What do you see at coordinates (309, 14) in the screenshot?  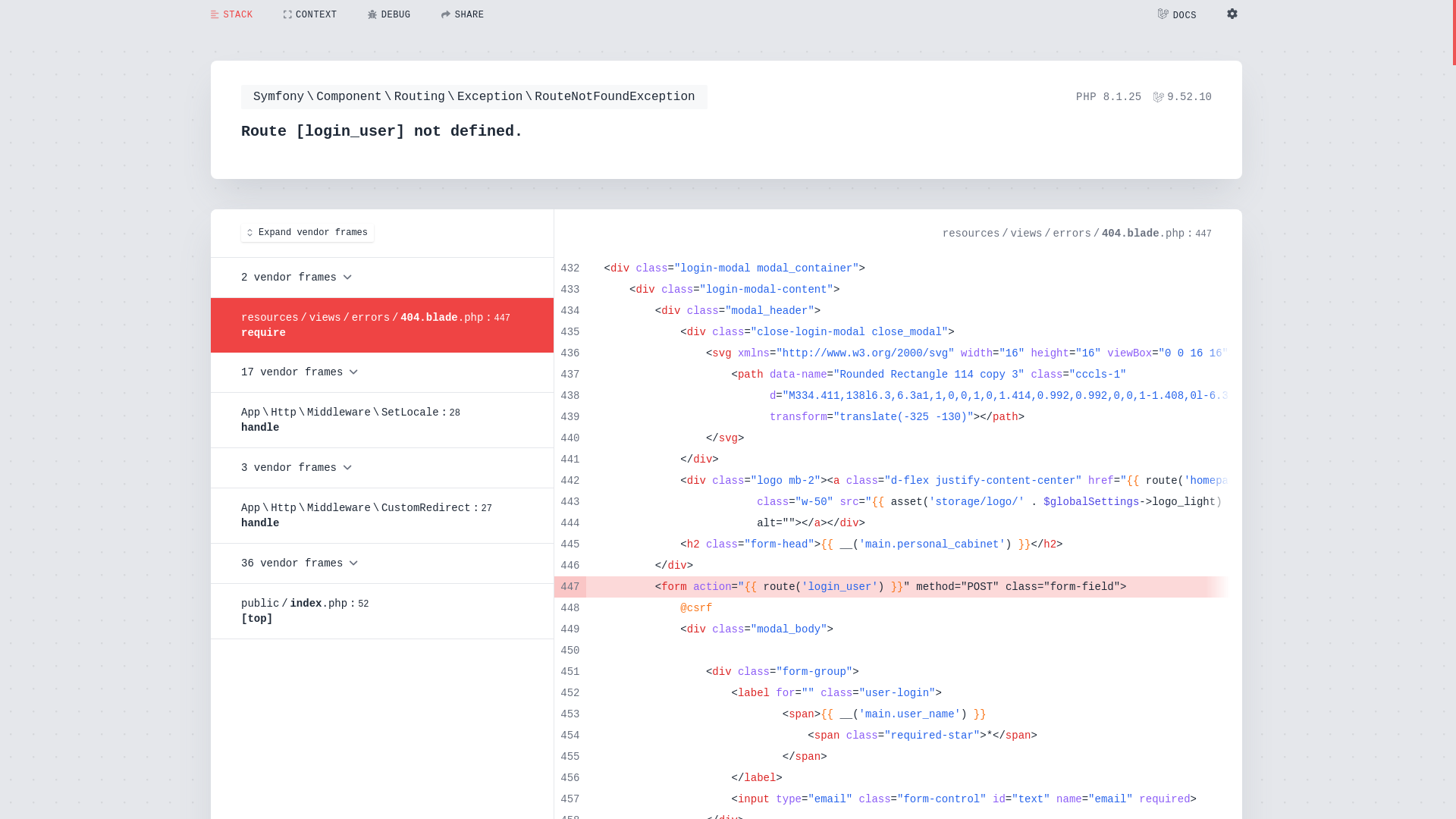 I see `'CONTEXT'` at bounding box center [309, 14].